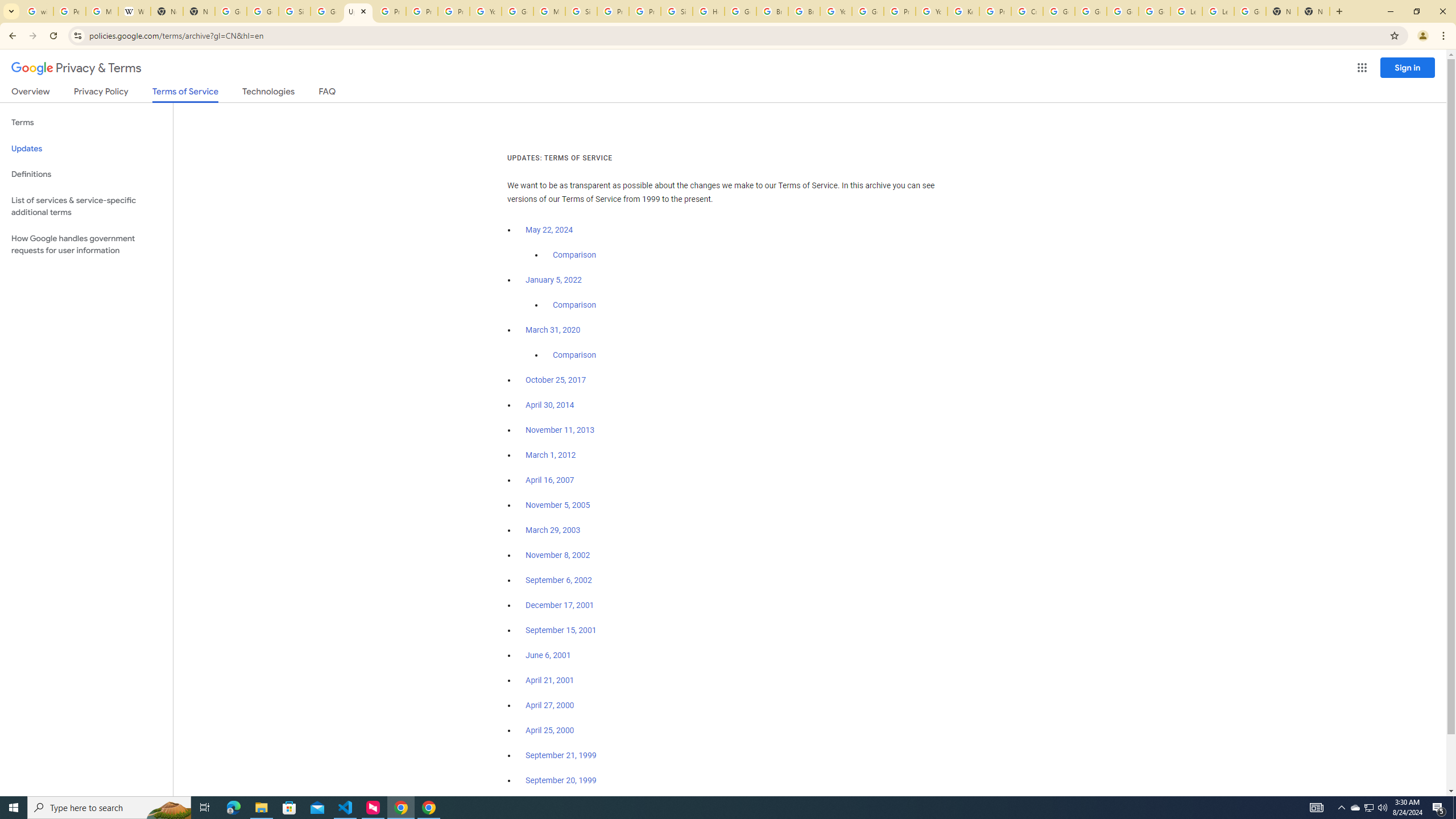 The width and height of the screenshot is (1456, 819). What do you see at coordinates (102, 11) in the screenshot?
I see `'Manage your Location History - Google Search Help'` at bounding box center [102, 11].